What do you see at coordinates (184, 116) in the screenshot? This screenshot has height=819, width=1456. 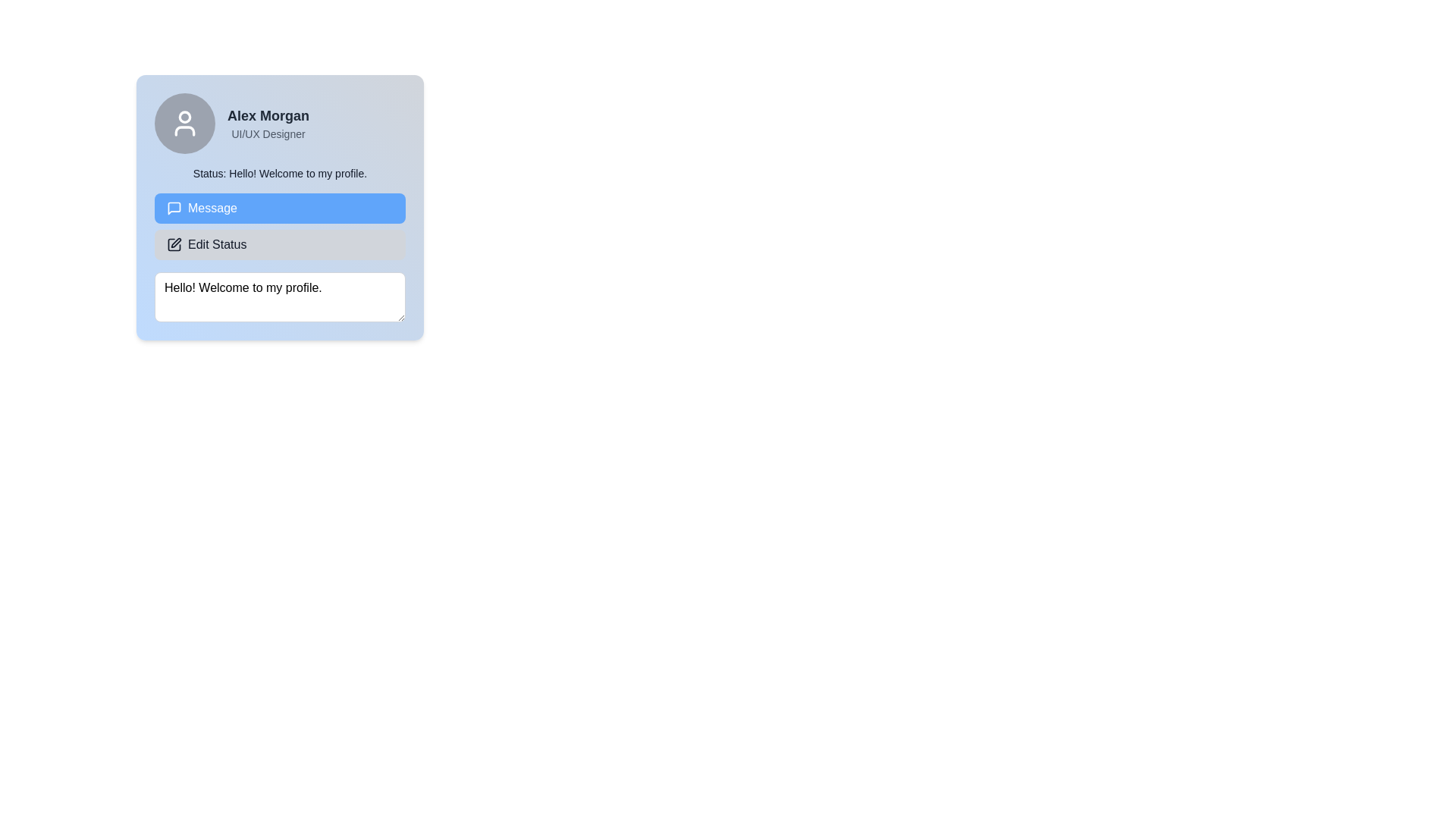 I see `the head component of the user profile icon, represented as a circular graphical icon located at the top-left corner of the profile card interface` at bounding box center [184, 116].